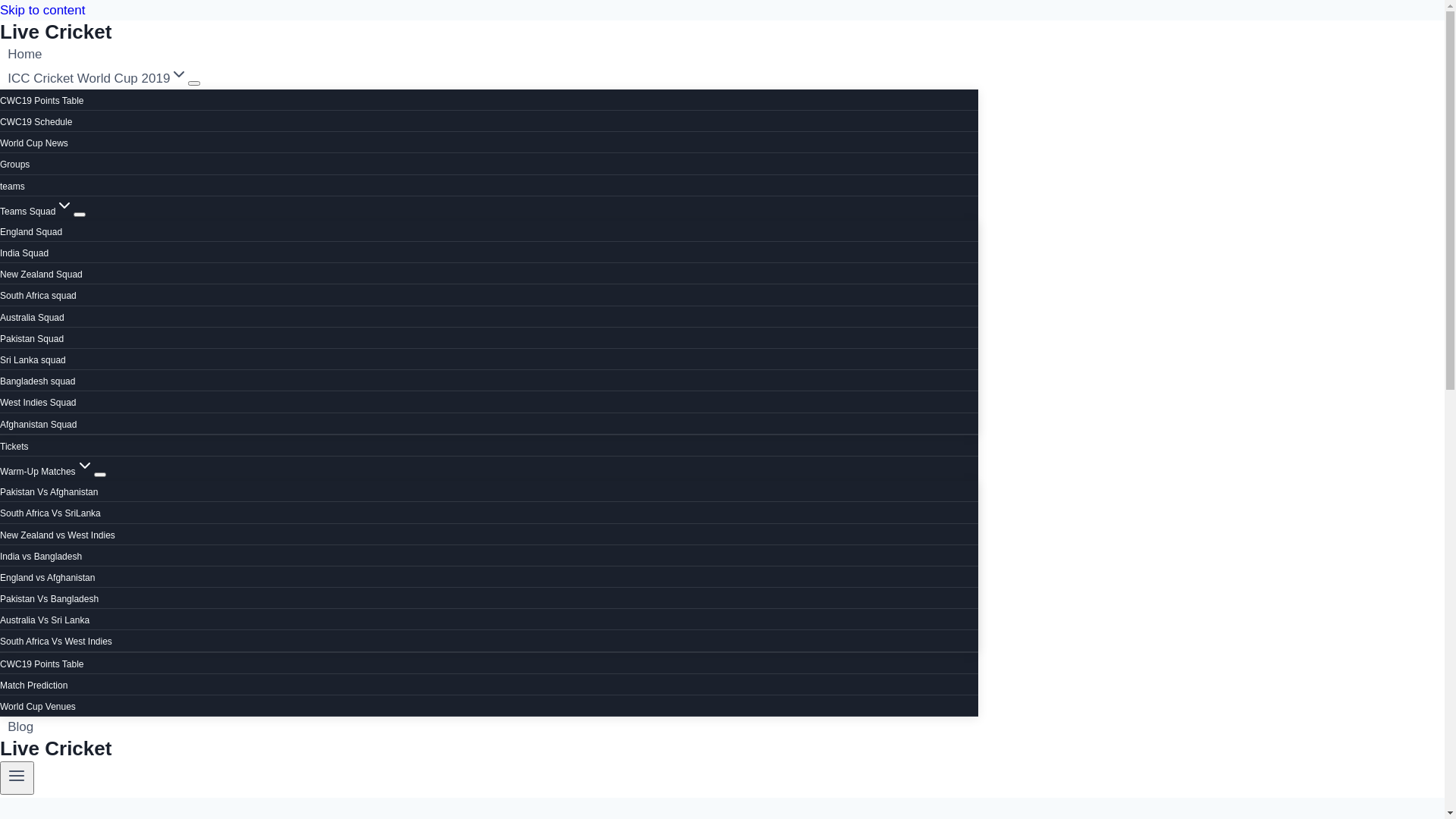  Describe the element at coordinates (14, 164) in the screenshot. I see `'Groups'` at that location.